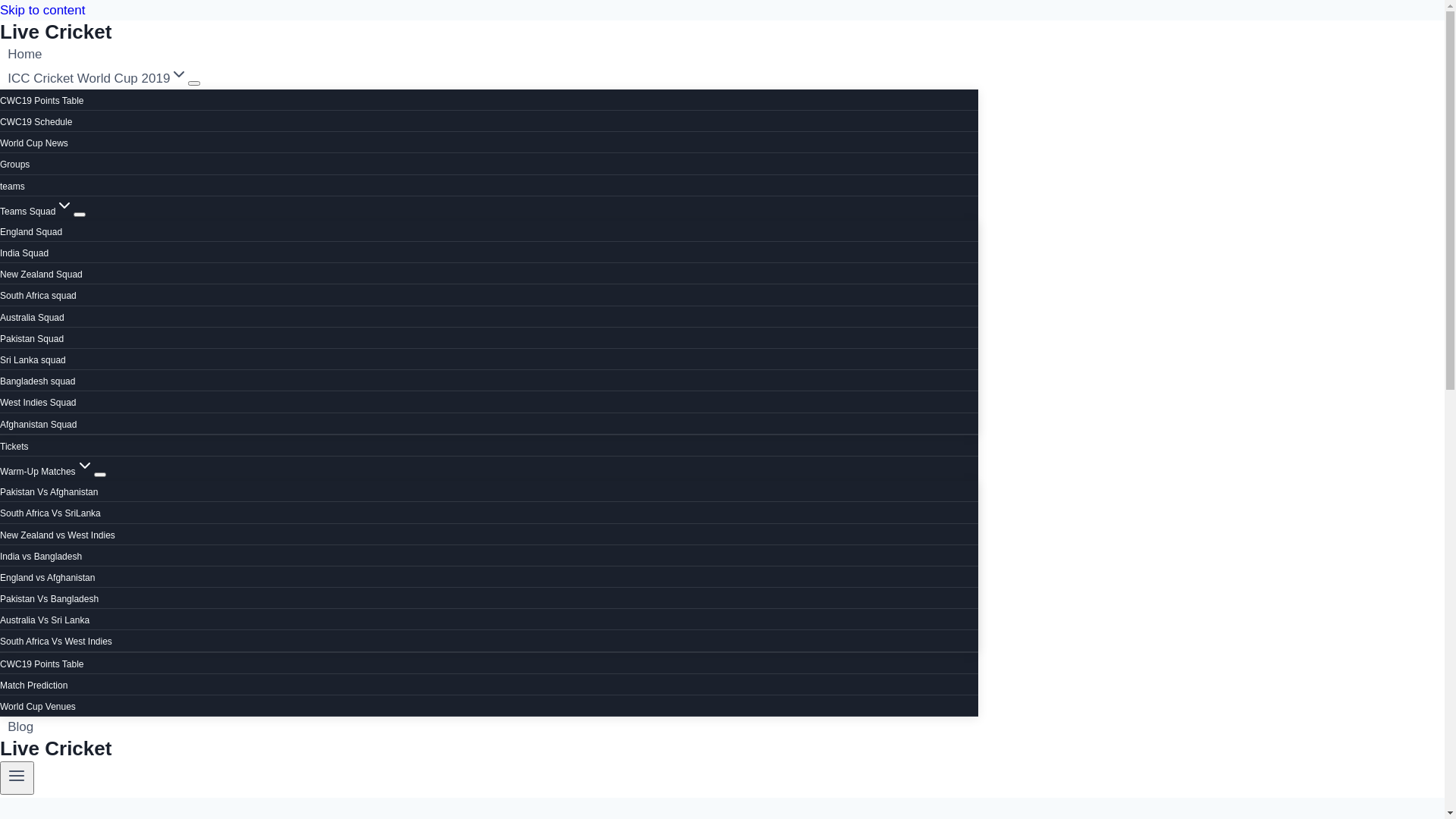  Describe the element at coordinates (14, 164) in the screenshot. I see `'Groups'` at that location.